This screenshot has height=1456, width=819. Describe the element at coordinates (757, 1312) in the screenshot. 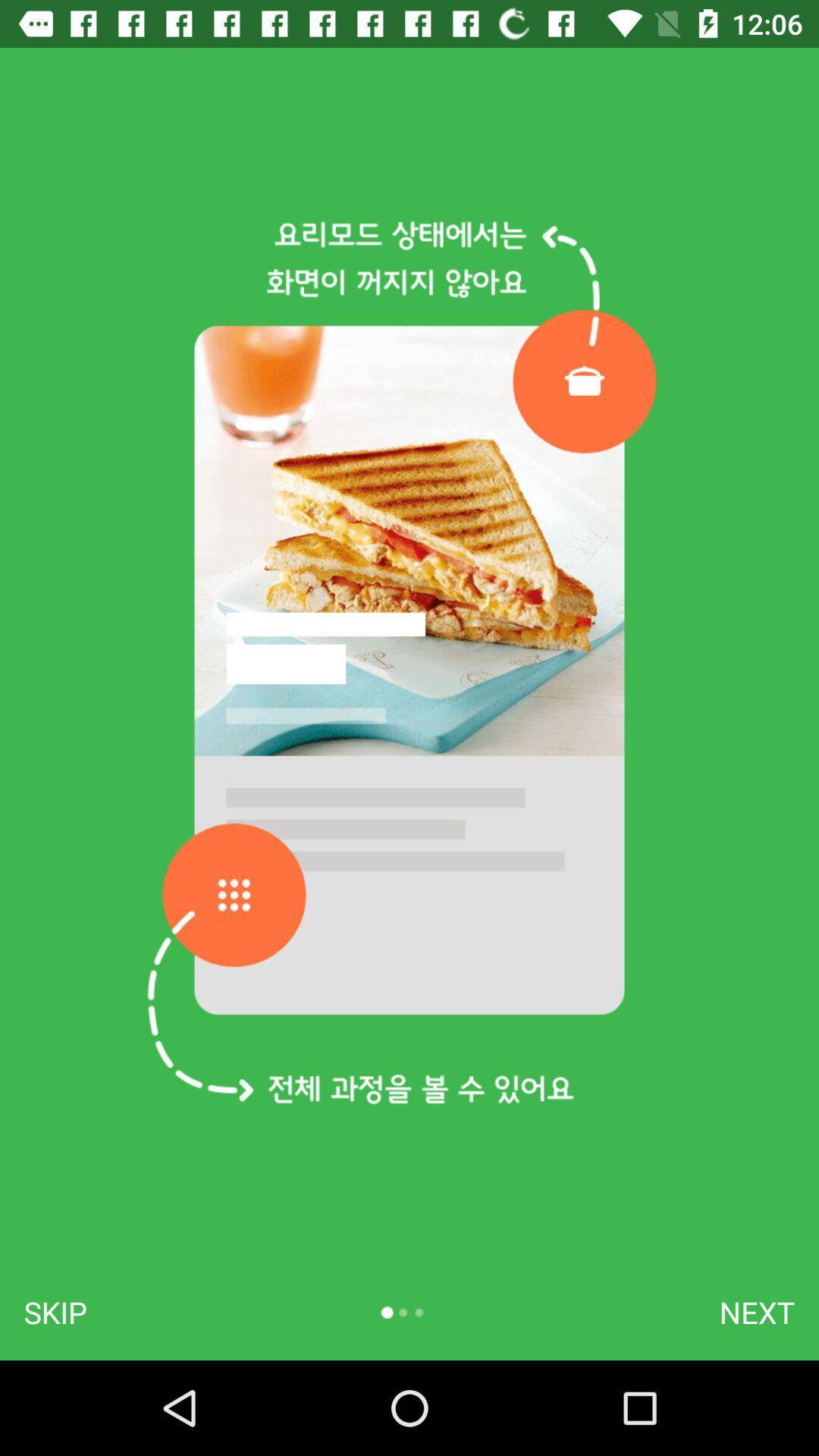

I see `the next item` at that location.